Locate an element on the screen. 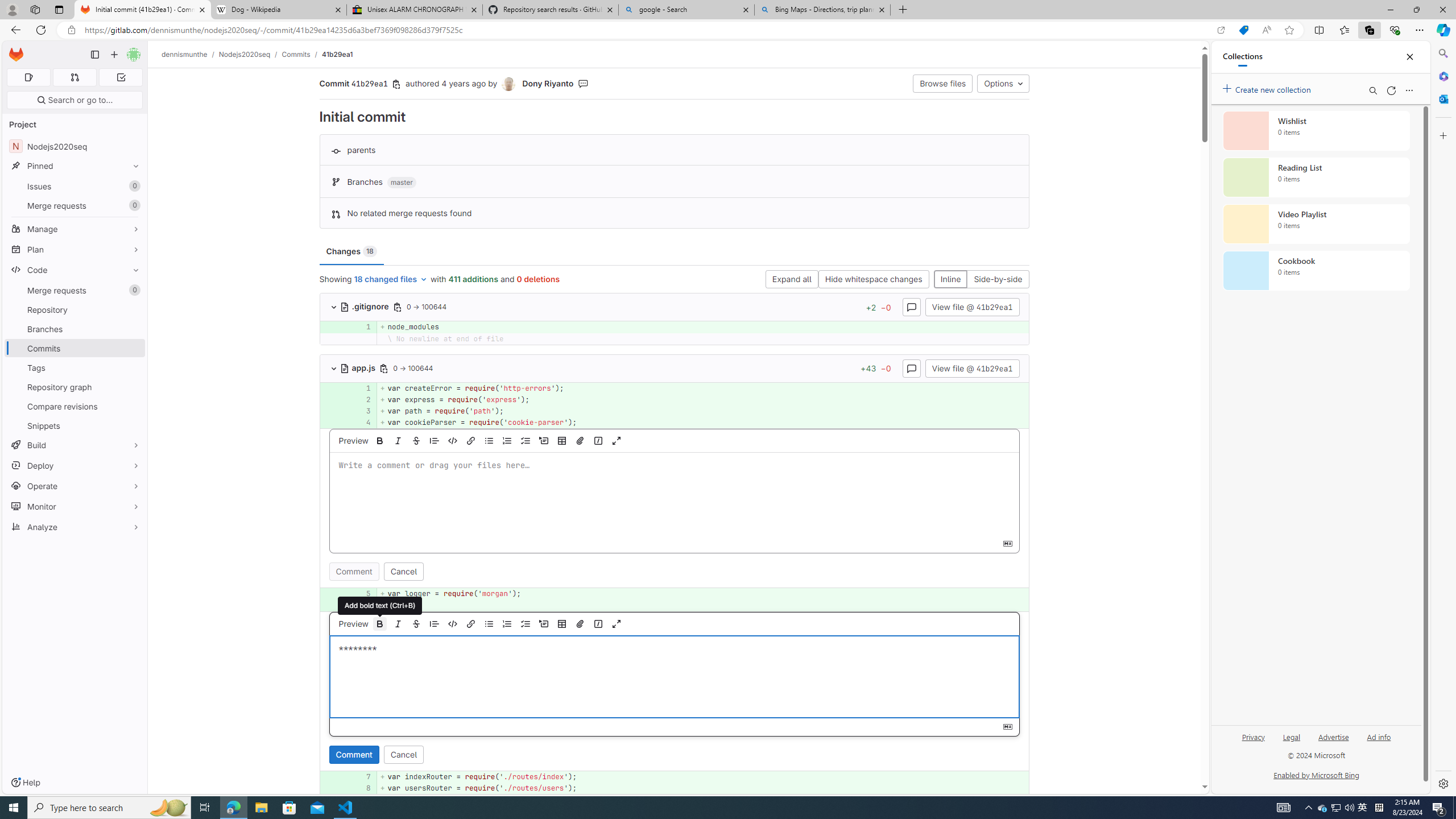 The height and width of the screenshot is (819, 1456). '5' is located at coordinates (360, 593).